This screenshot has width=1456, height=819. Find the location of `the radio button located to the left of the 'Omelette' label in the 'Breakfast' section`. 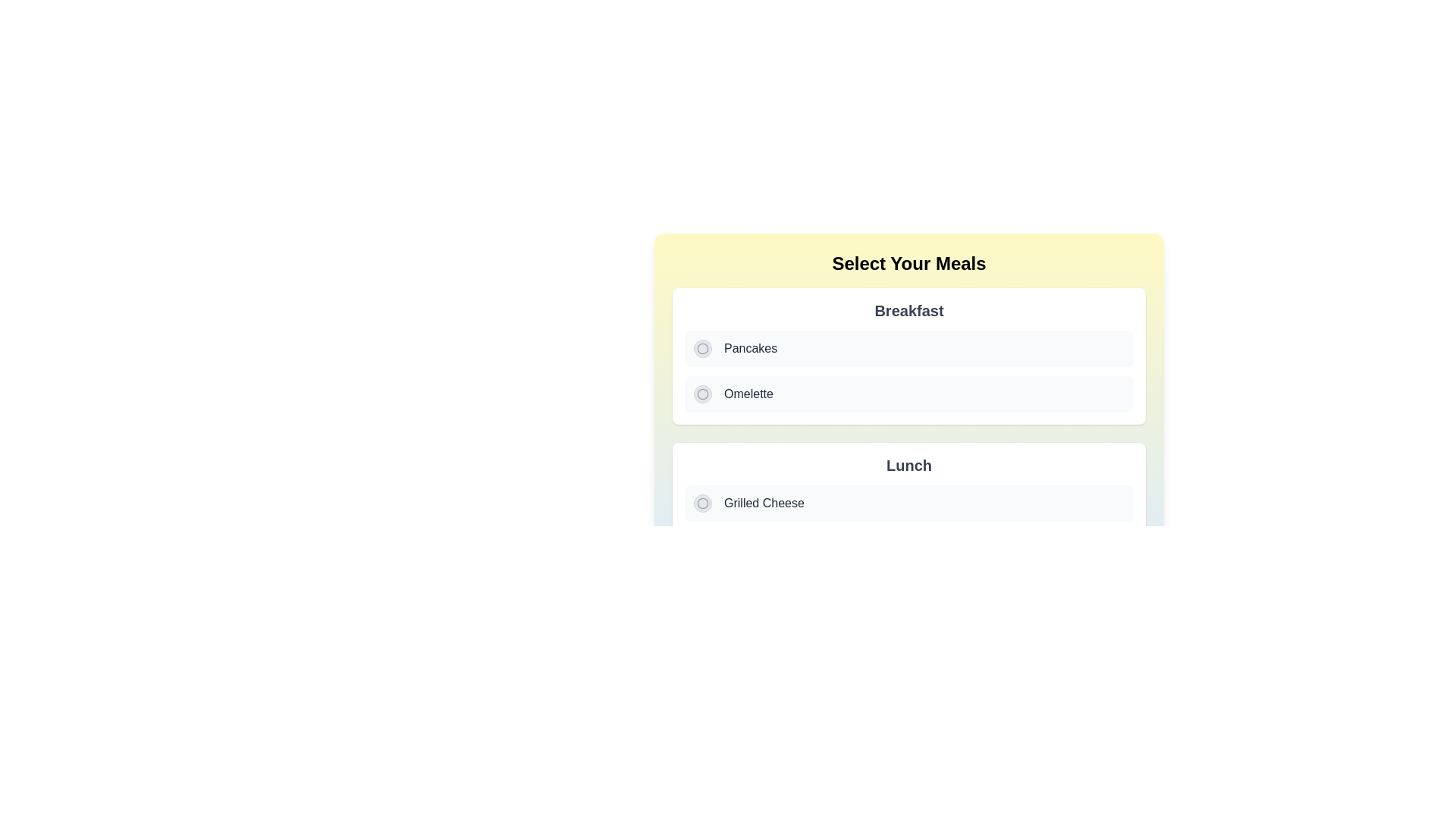

the radio button located to the left of the 'Omelette' label in the 'Breakfast' section is located at coordinates (701, 394).